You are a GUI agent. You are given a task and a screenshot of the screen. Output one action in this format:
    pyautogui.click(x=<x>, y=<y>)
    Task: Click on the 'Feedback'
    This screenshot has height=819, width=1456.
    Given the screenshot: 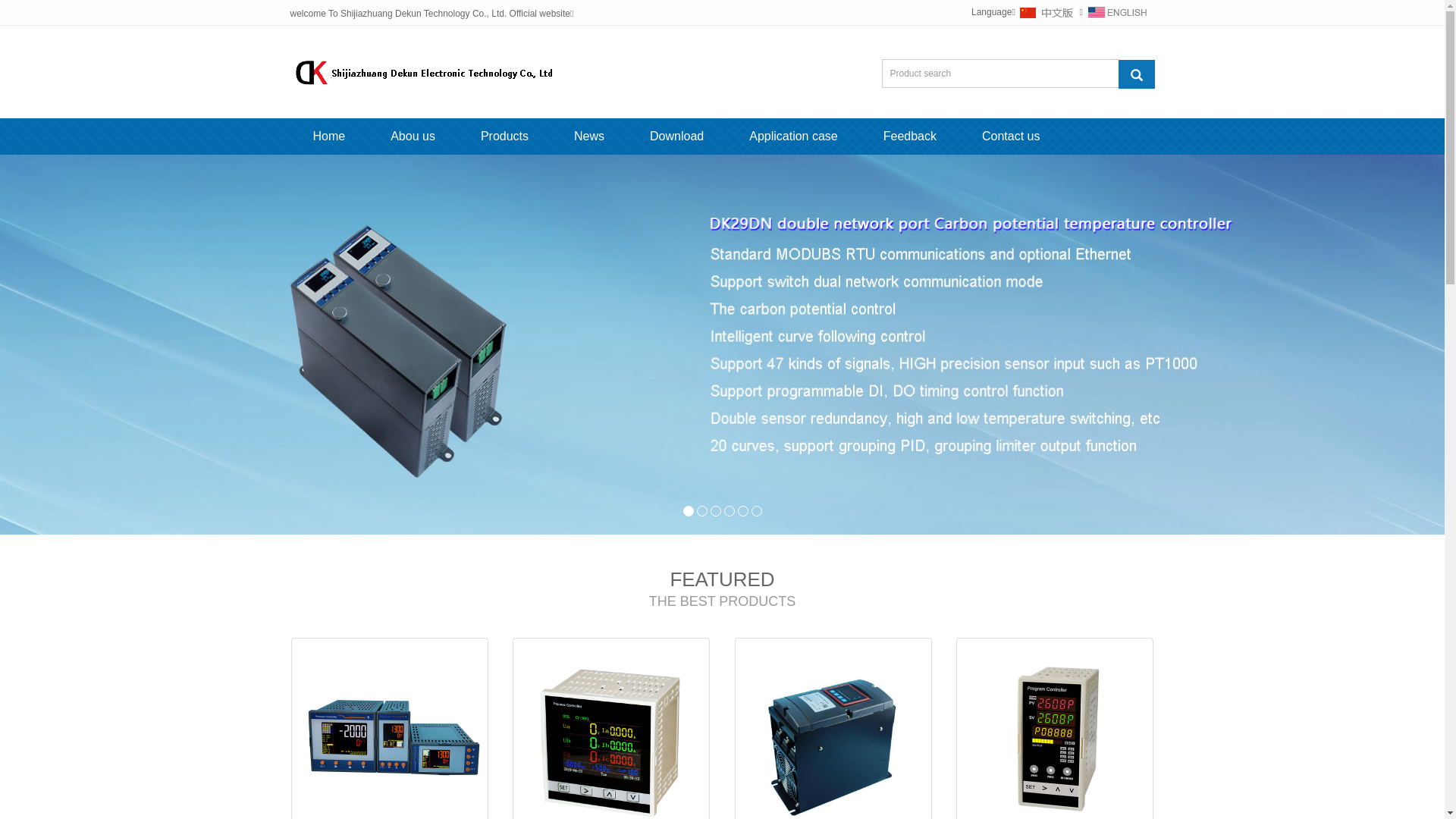 What is the action you would take?
    pyautogui.click(x=910, y=136)
    